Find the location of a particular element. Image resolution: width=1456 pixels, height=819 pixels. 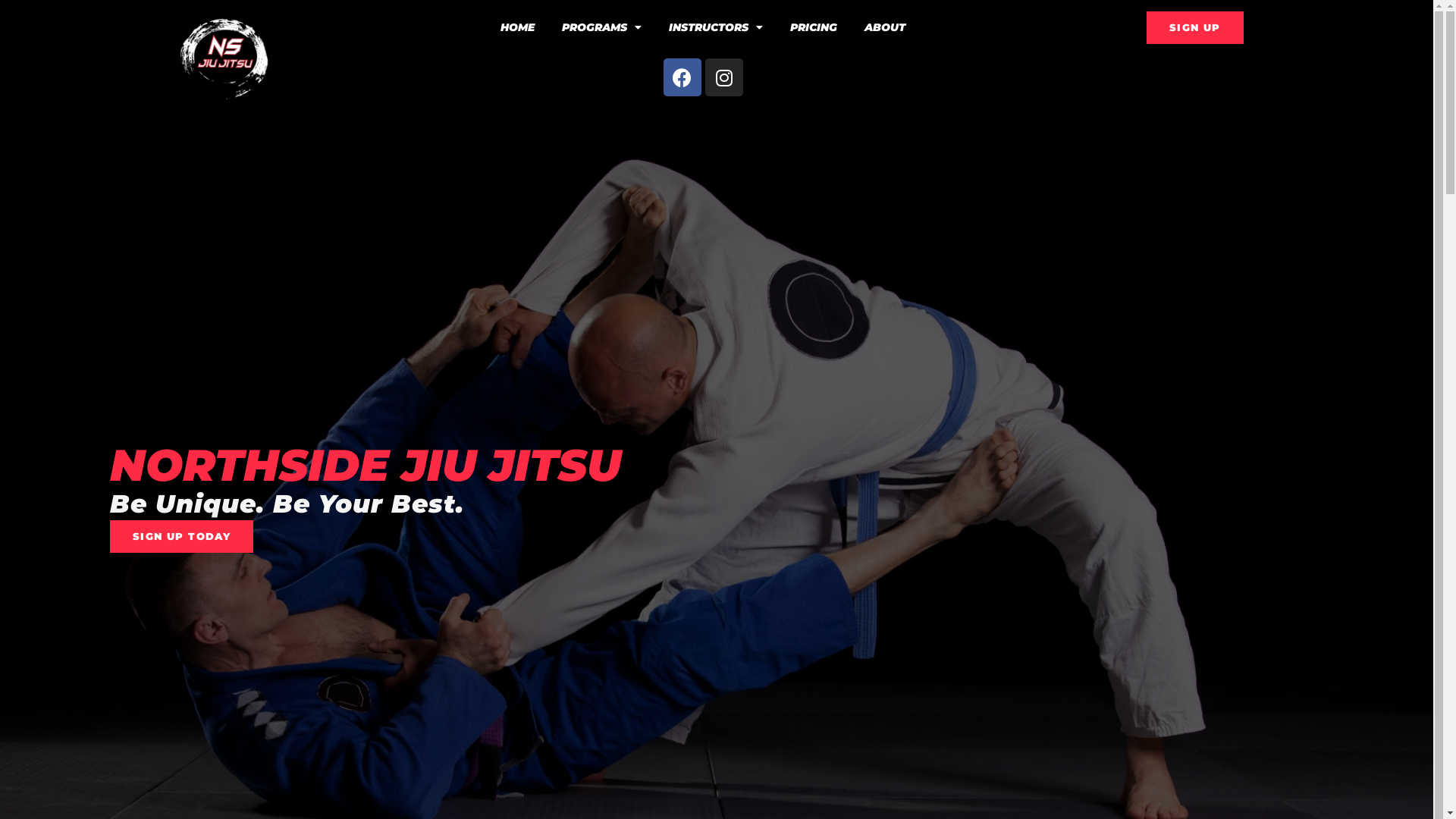

'PROGRAMS' is located at coordinates (601, 27).